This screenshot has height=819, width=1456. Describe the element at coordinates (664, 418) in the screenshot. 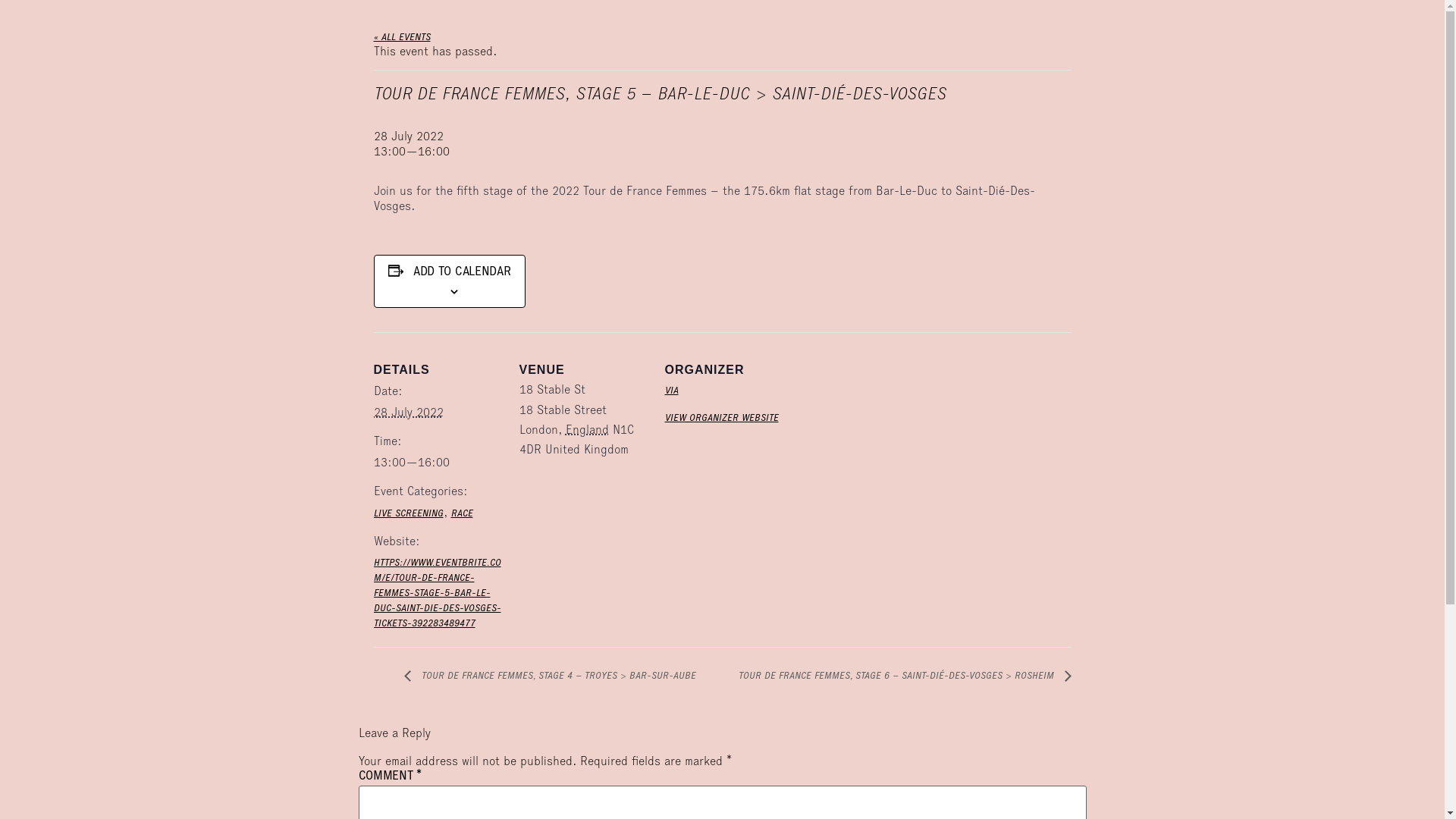

I see `'VIEW ORGANIZER WEBSITE'` at that location.